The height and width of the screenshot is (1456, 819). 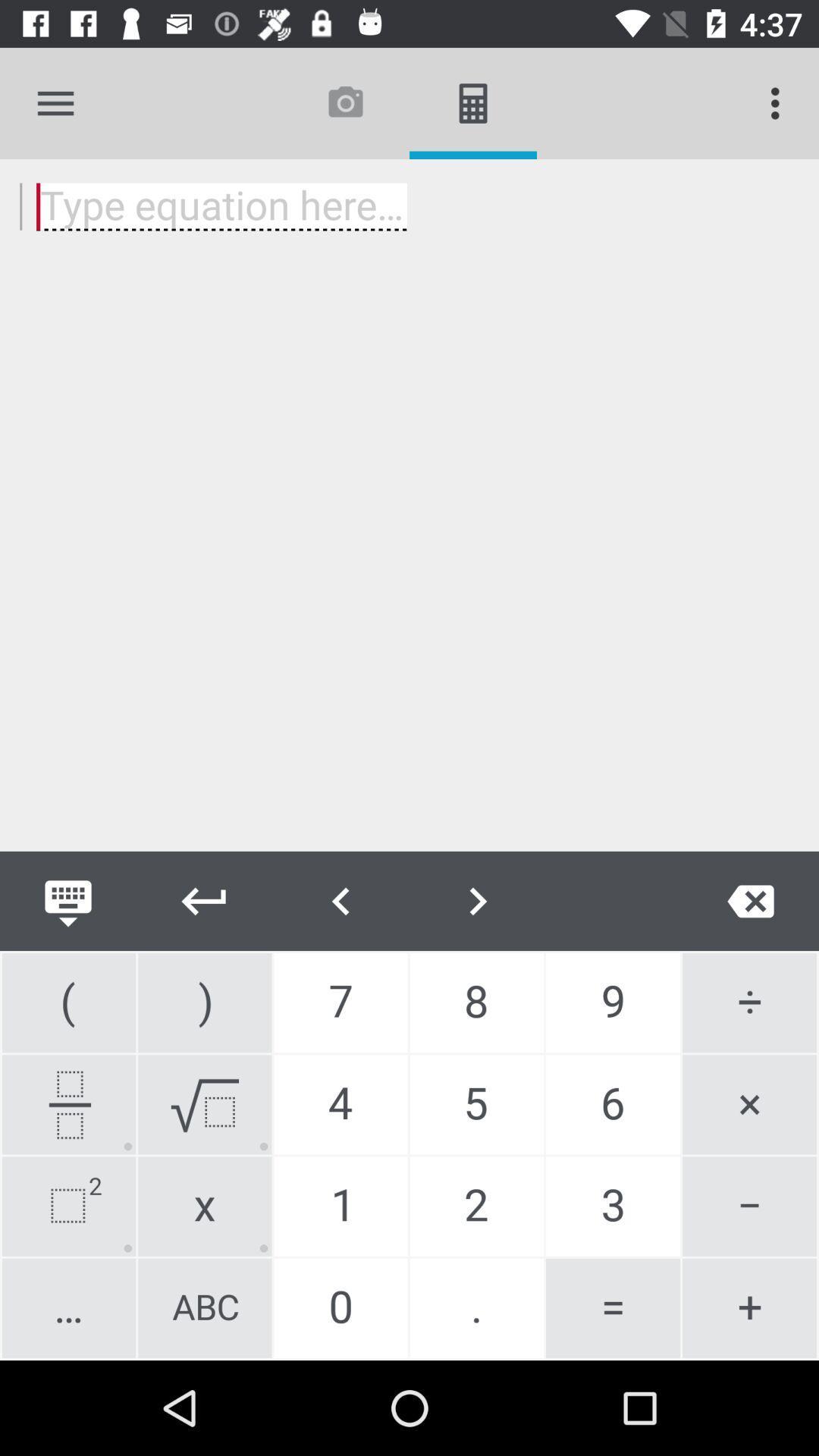 What do you see at coordinates (751, 901) in the screenshot?
I see `switch delete option` at bounding box center [751, 901].